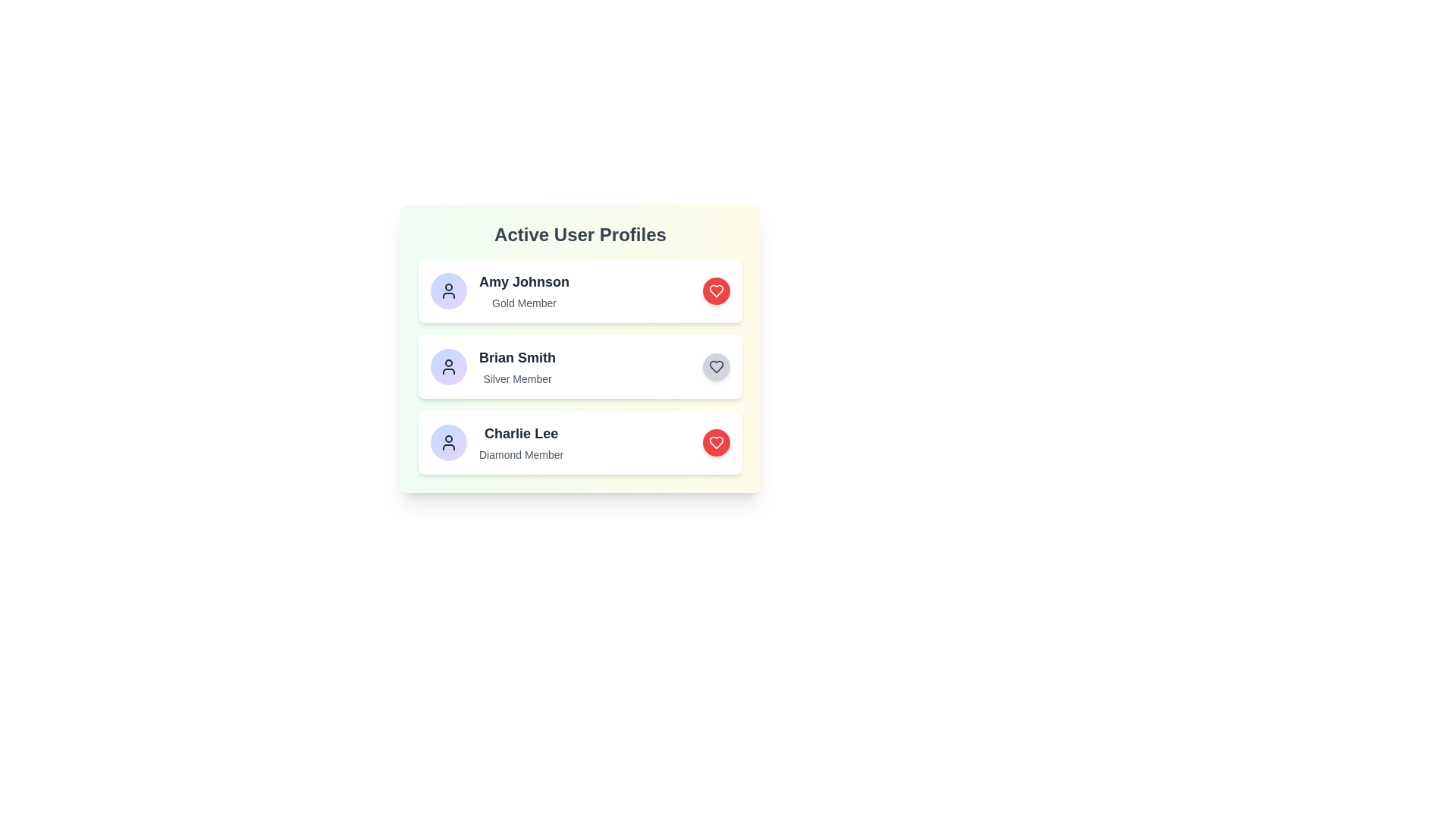  I want to click on the Text label that displays the name and membership status of a user in the user profile section, located next to a circular icon and a heart-shaped button, so click(524, 291).